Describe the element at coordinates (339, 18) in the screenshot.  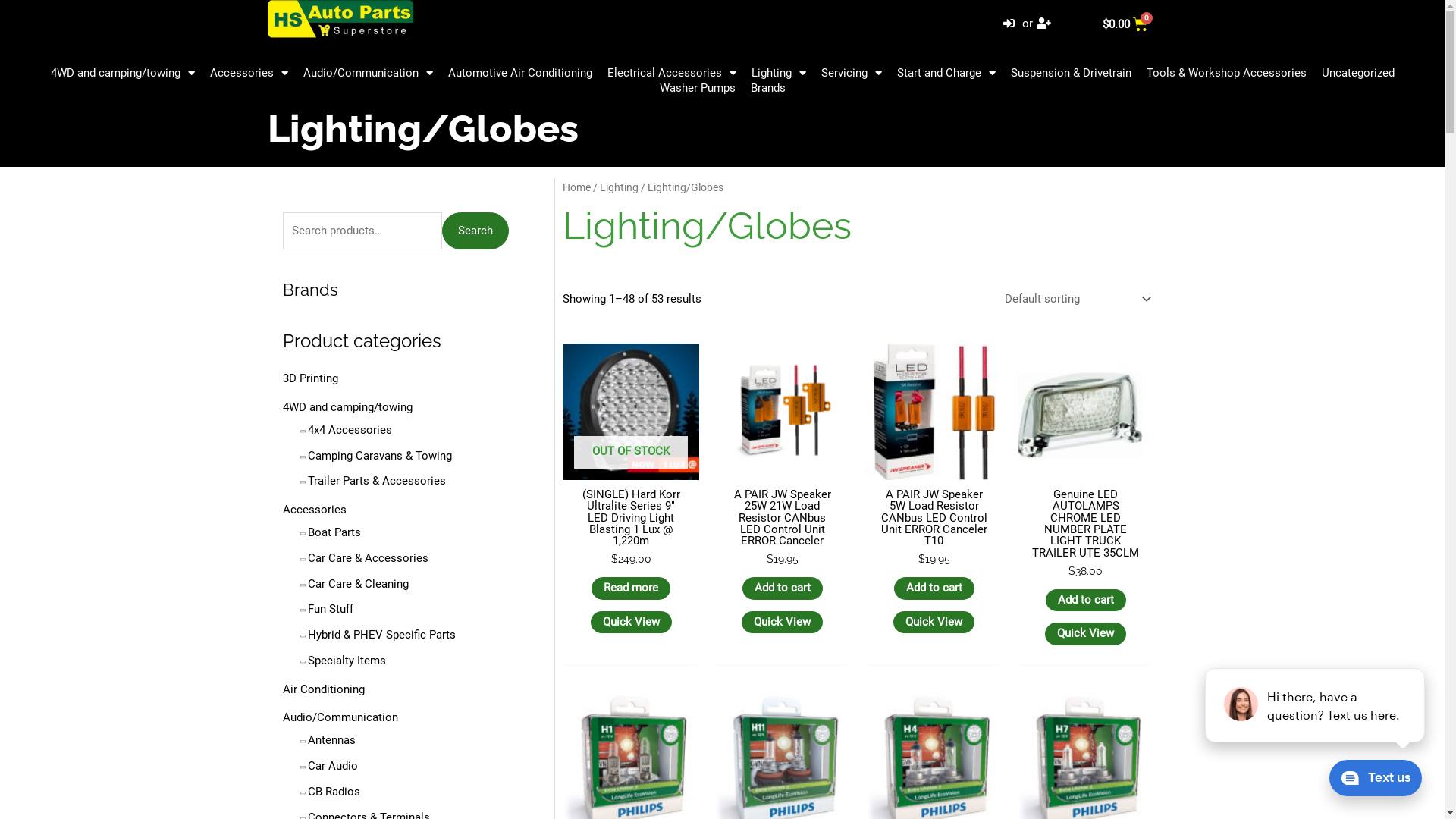
I see `'Hs Motors Logo'` at that location.